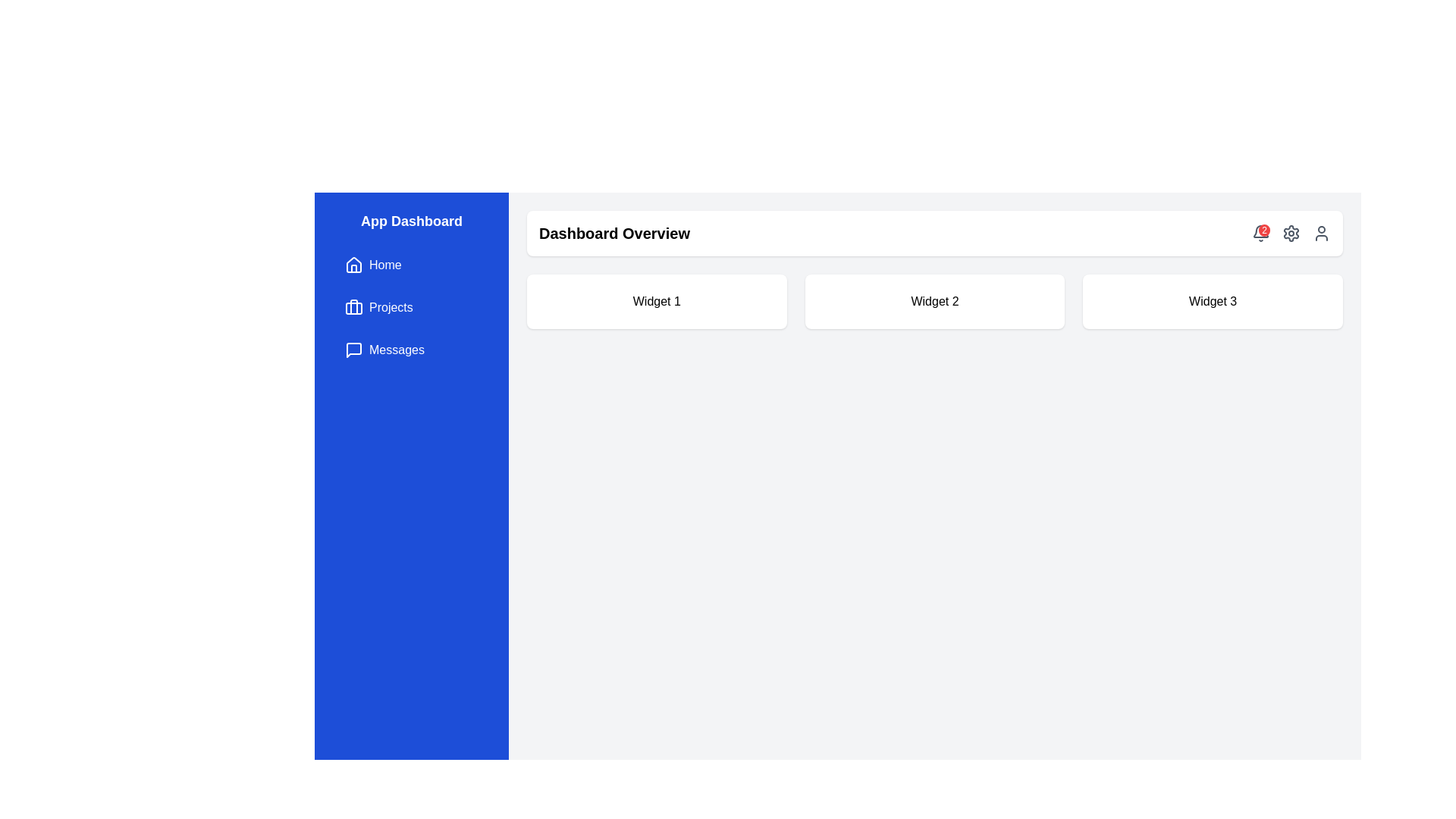 This screenshot has width=1456, height=819. I want to click on properties of the decorative SVG shape within the 'Projects' icon located on the vertical menu bar, situated between the 'Home' and 'Messages' icons, so click(353, 308).